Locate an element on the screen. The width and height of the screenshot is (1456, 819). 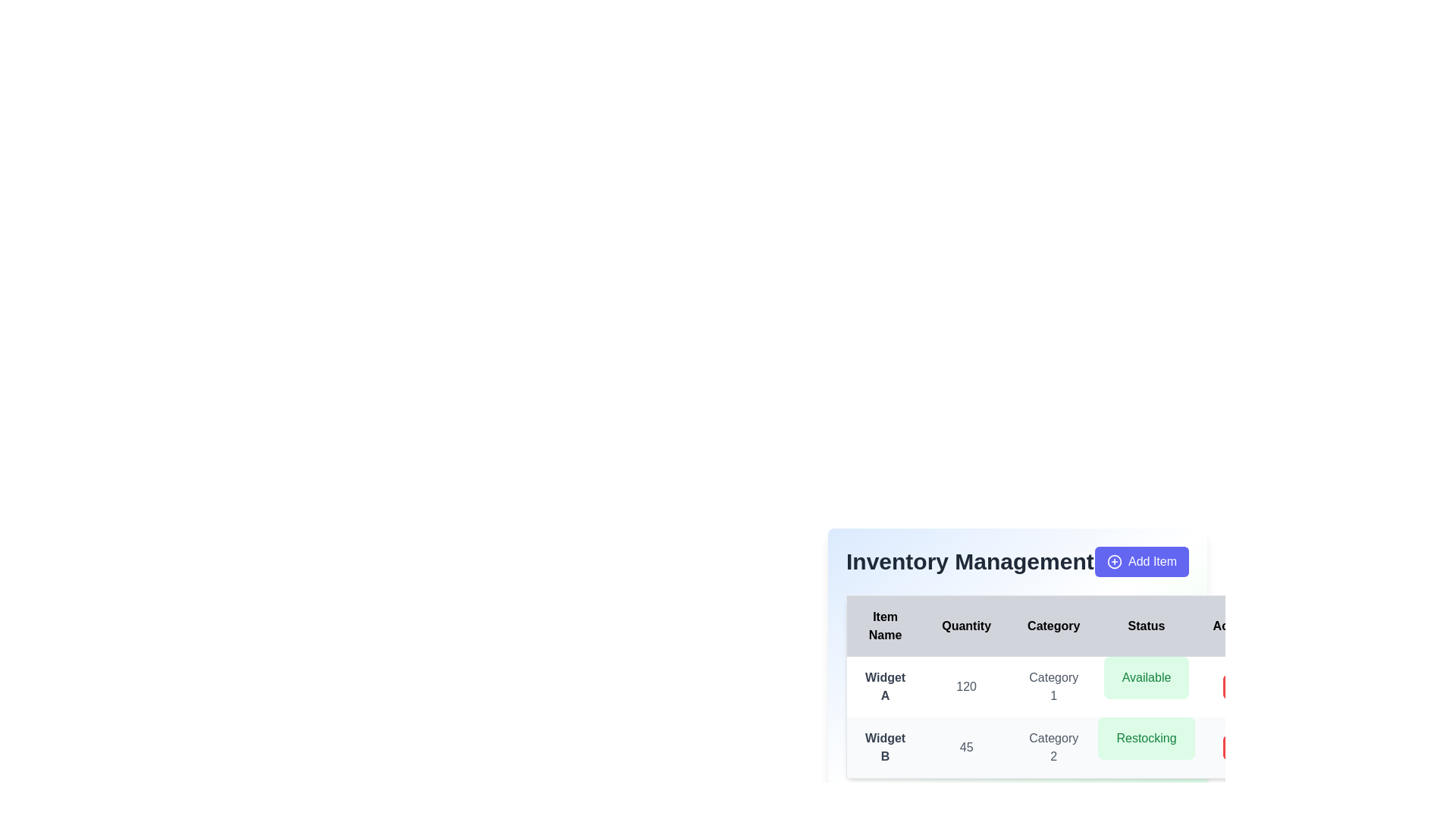
the table row summarizing inventory details for 'Widget B', which includes its quantity, category, and current status, located in the second row of the 'Inventory Management' table is located at coordinates (1060, 747).